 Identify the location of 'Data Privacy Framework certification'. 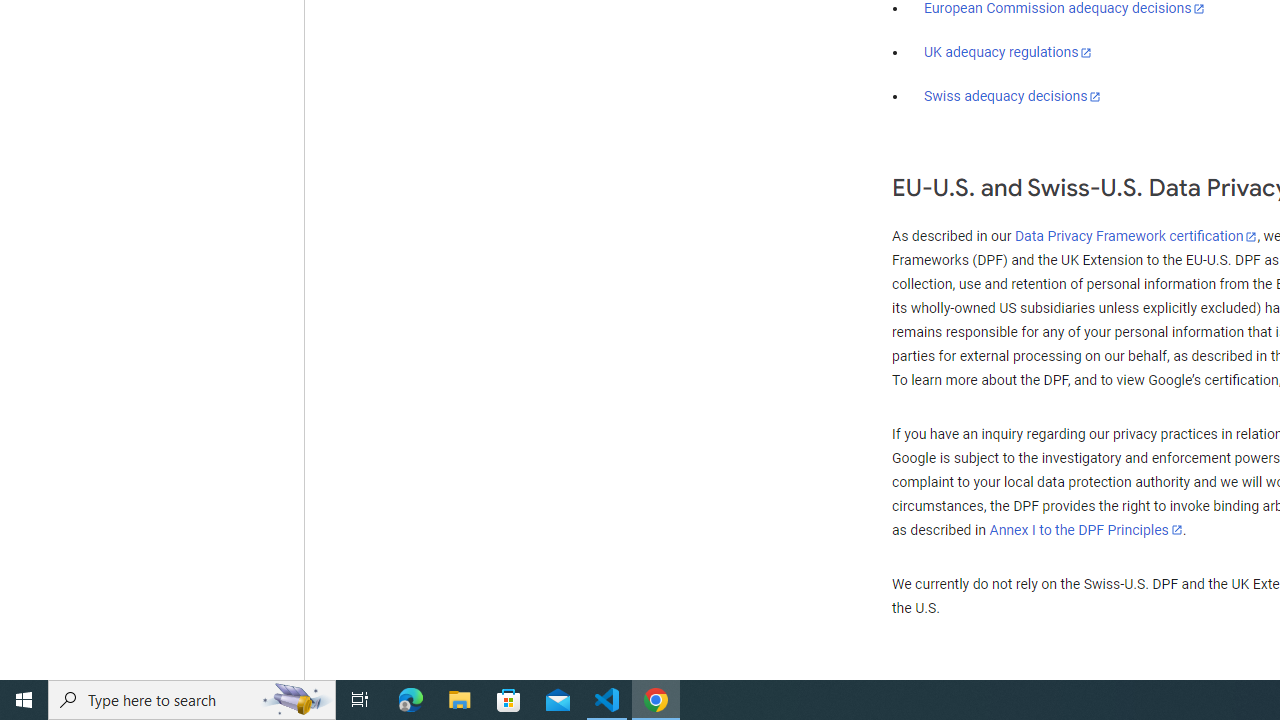
(1136, 236).